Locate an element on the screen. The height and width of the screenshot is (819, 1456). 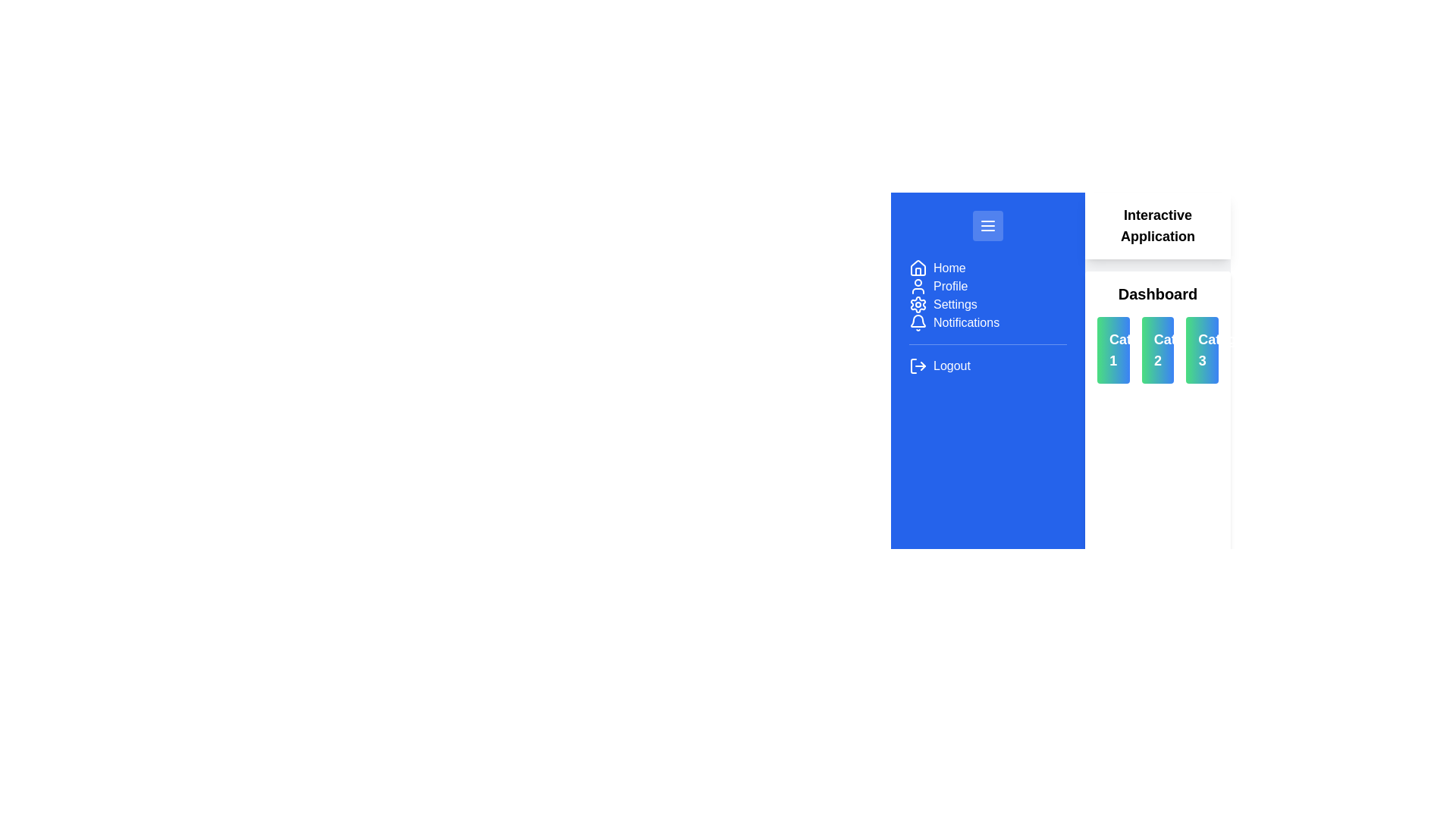
the gear icon in the sidebar menu that represents the Settings section of the application interface, serving as a thematic marker for associated elements is located at coordinates (917, 304).